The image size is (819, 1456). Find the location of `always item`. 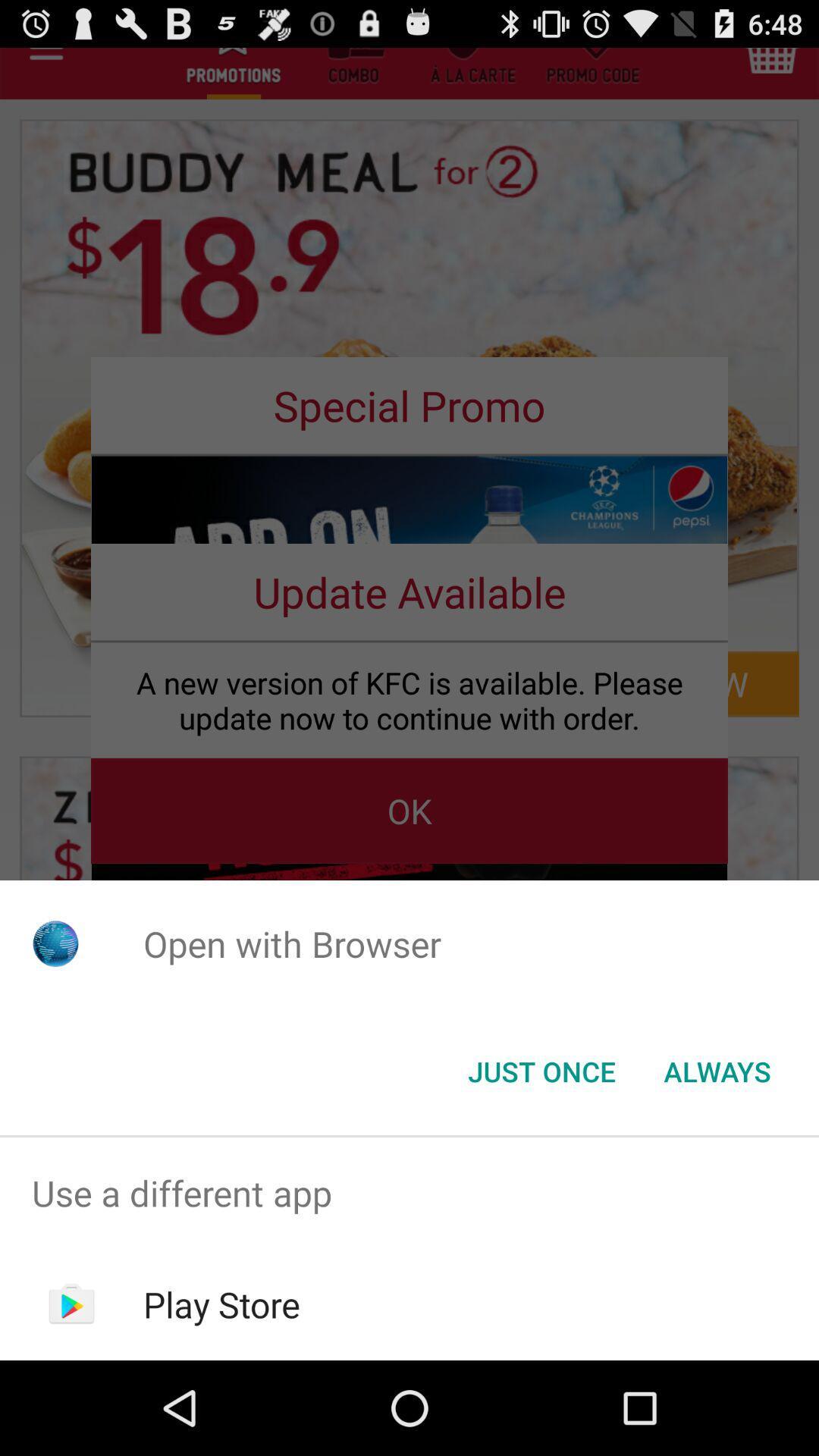

always item is located at coordinates (717, 1070).